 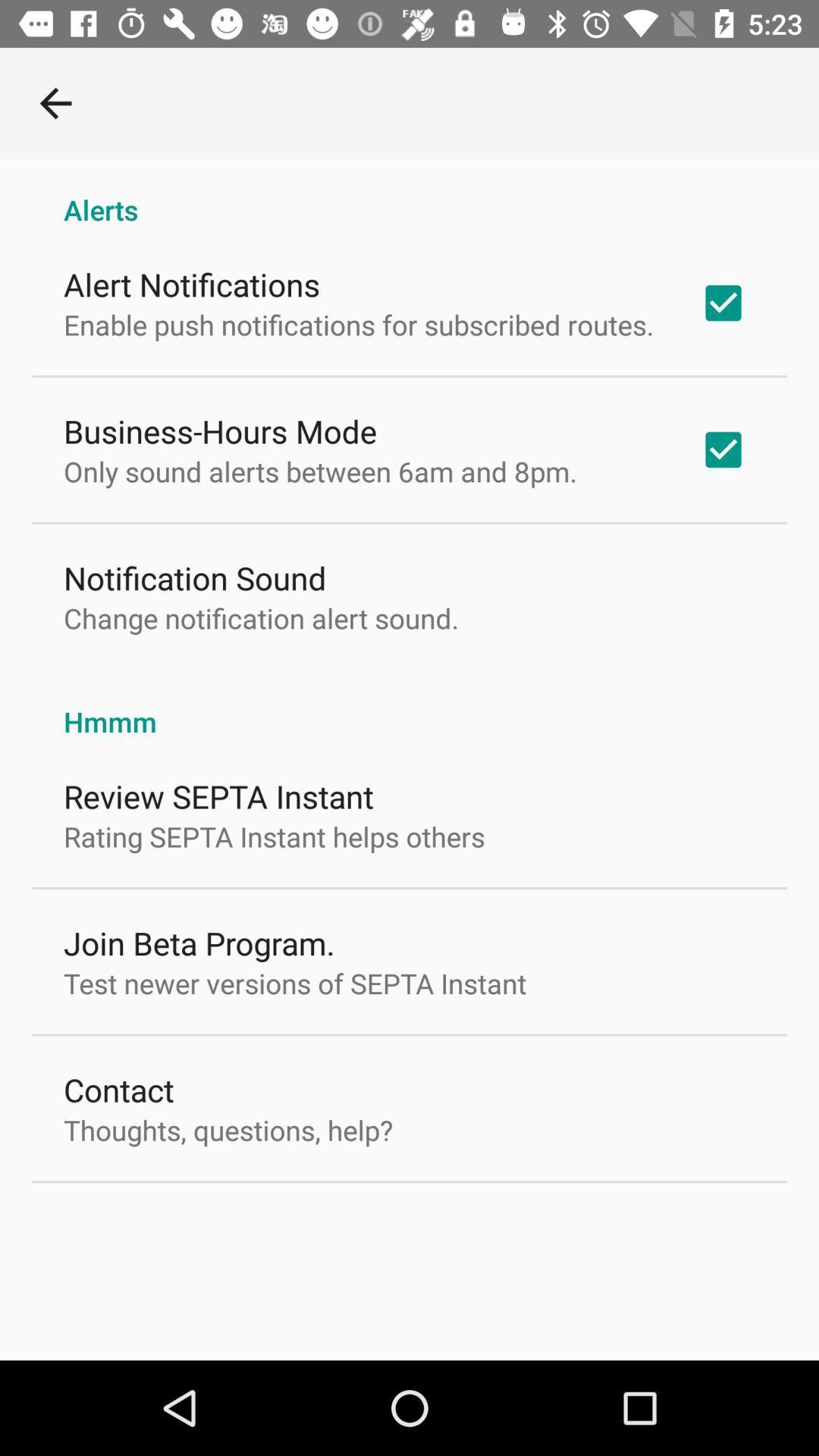 I want to click on the item below the join beta program. item, so click(x=295, y=983).